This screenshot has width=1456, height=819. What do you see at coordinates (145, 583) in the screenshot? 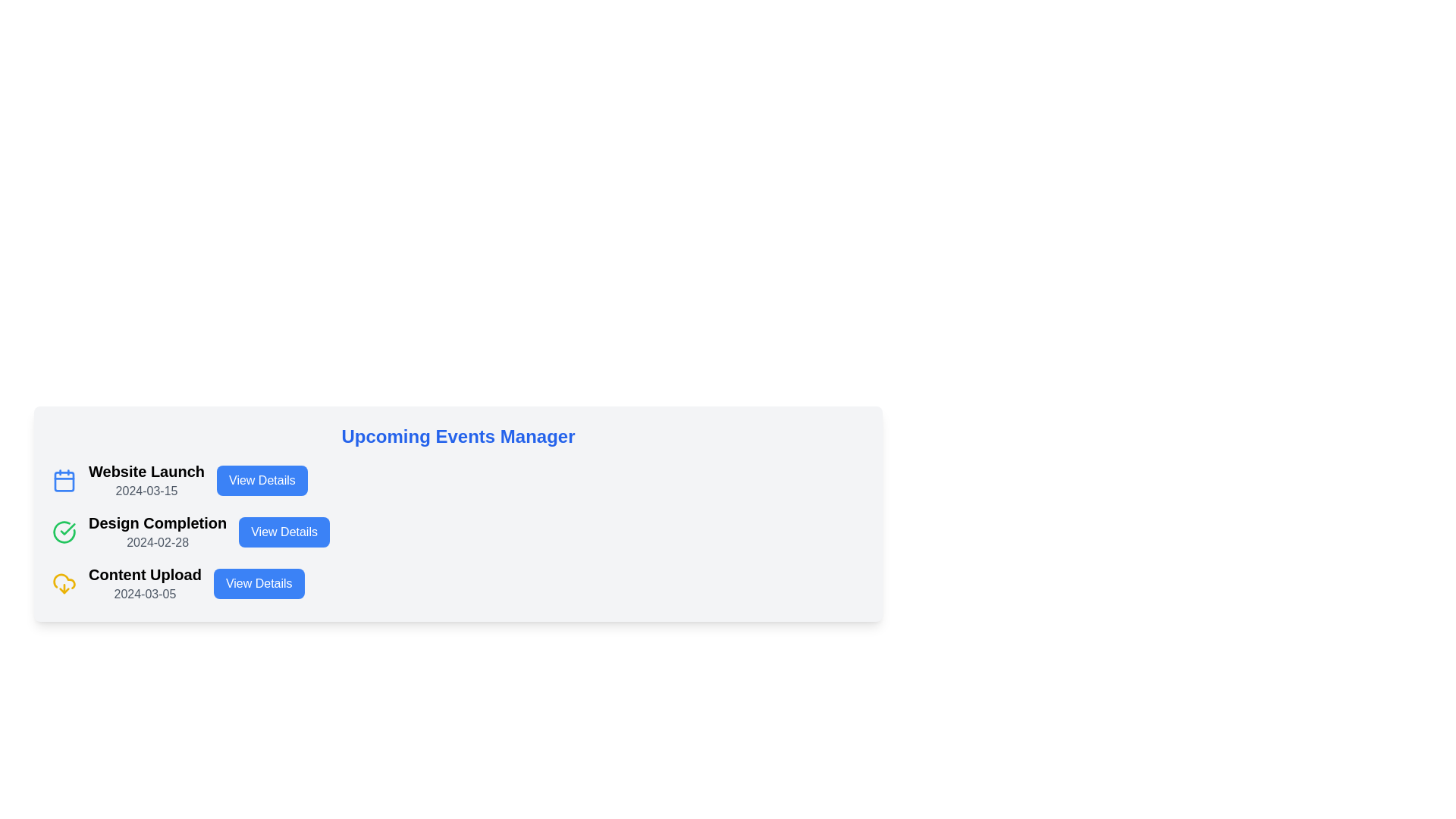
I see `the 'Content Upload' textual information display` at bounding box center [145, 583].